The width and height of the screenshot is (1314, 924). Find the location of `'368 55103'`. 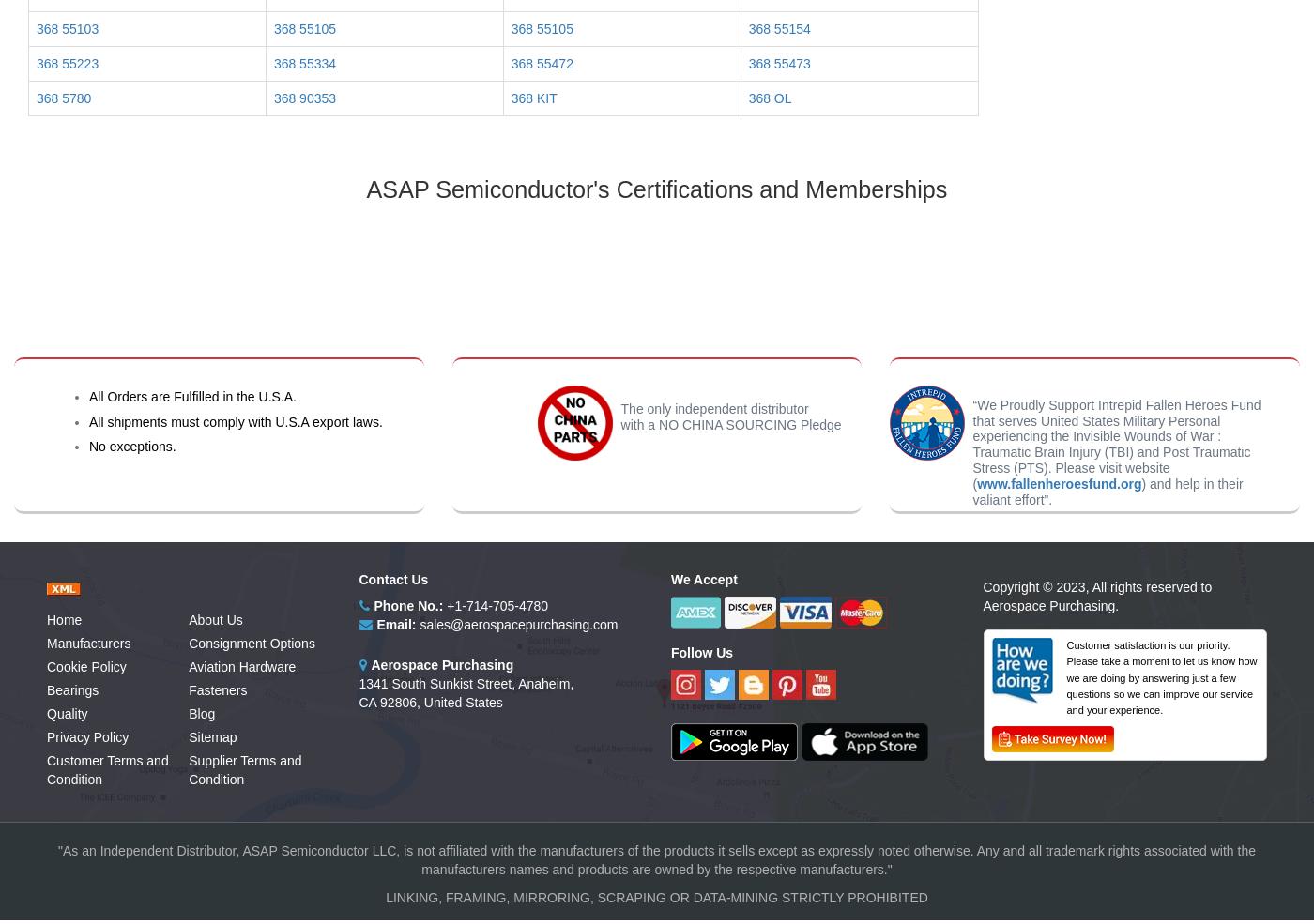

'368 55103' is located at coordinates (67, 28).